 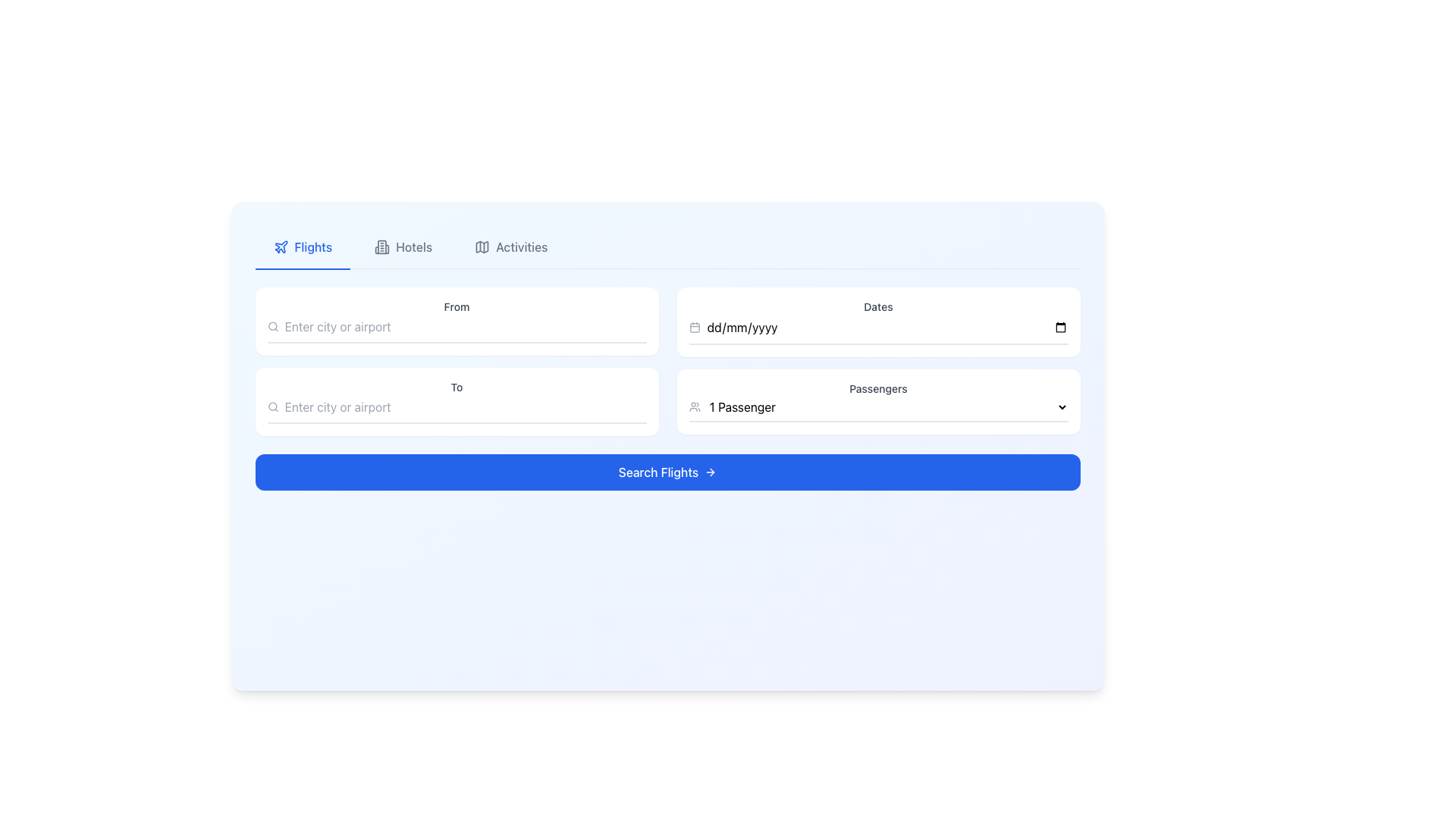 I want to click on the rectangular 'Search Flights' button with a bold blue background and white text, so click(x=667, y=472).